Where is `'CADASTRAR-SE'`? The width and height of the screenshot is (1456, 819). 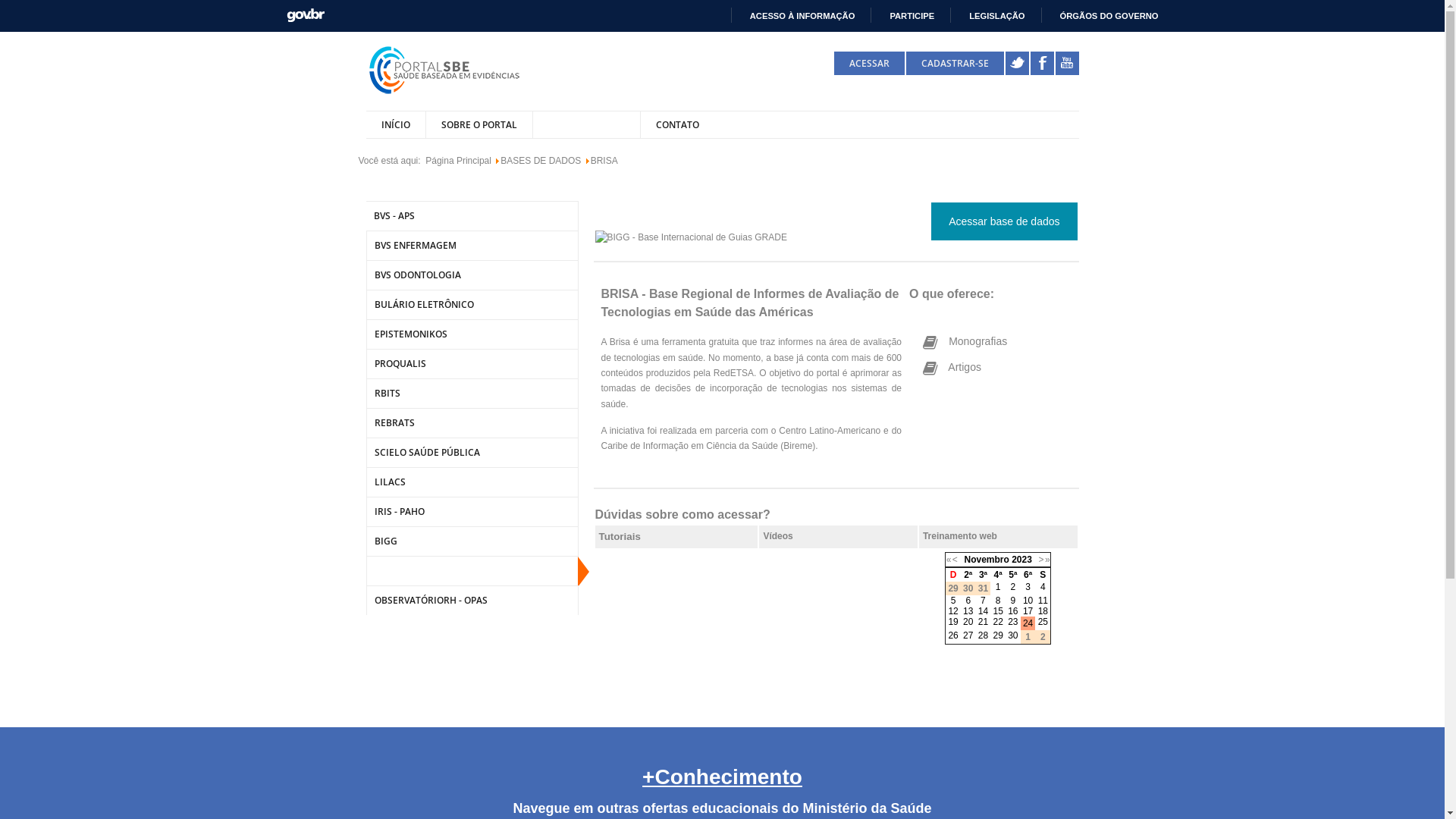
'CADASTRAR-SE' is located at coordinates (953, 62).